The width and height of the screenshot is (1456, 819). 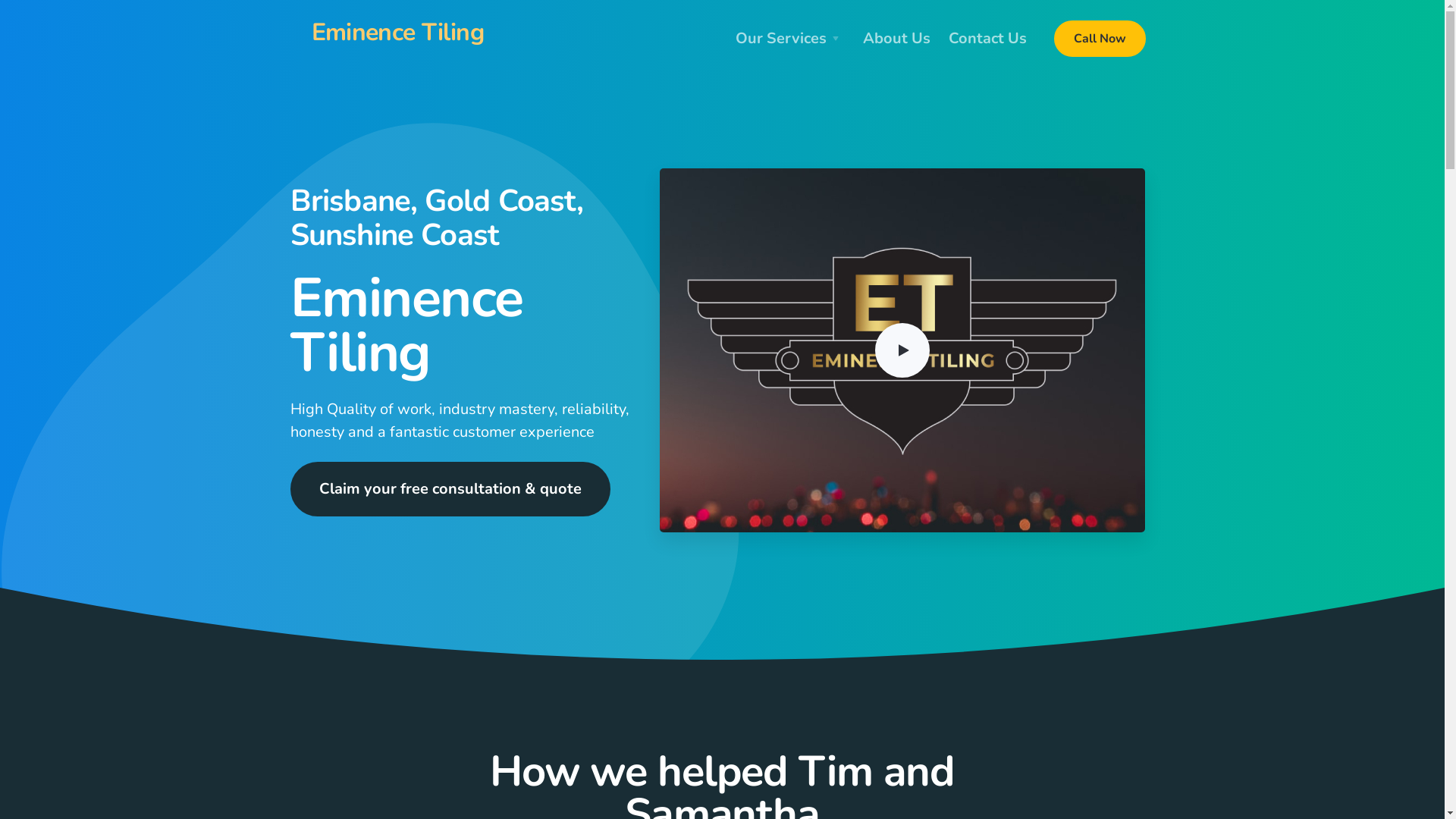 I want to click on 'Call Now', so click(x=1100, y=37).